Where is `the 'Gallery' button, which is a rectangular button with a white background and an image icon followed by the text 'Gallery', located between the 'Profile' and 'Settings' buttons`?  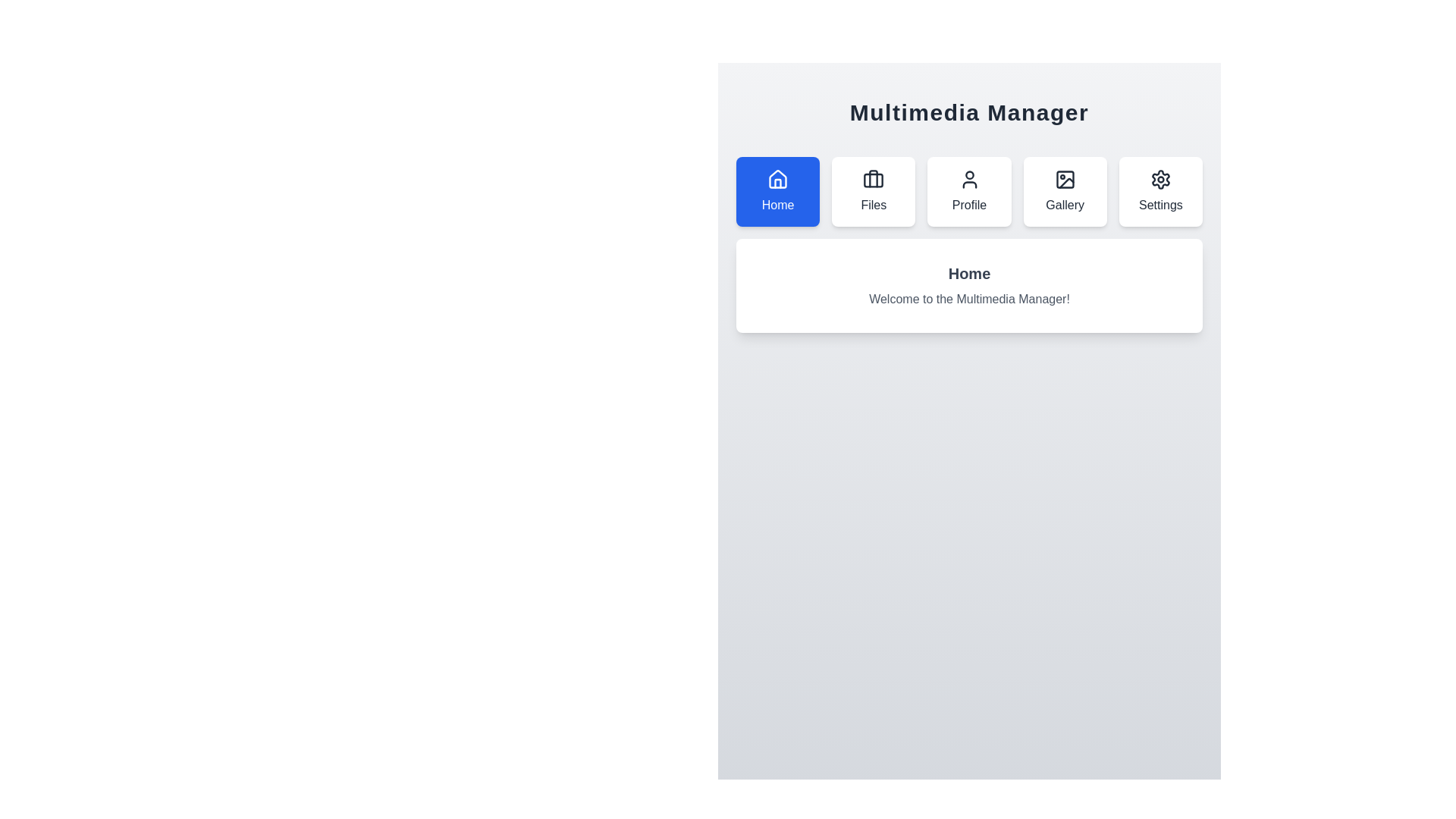 the 'Gallery' button, which is a rectangular button with a white background and an image icon followed by the text 'Gallery', located between the 'Profile' and 'Settings' buttons is located at coordinates (1064, 191).